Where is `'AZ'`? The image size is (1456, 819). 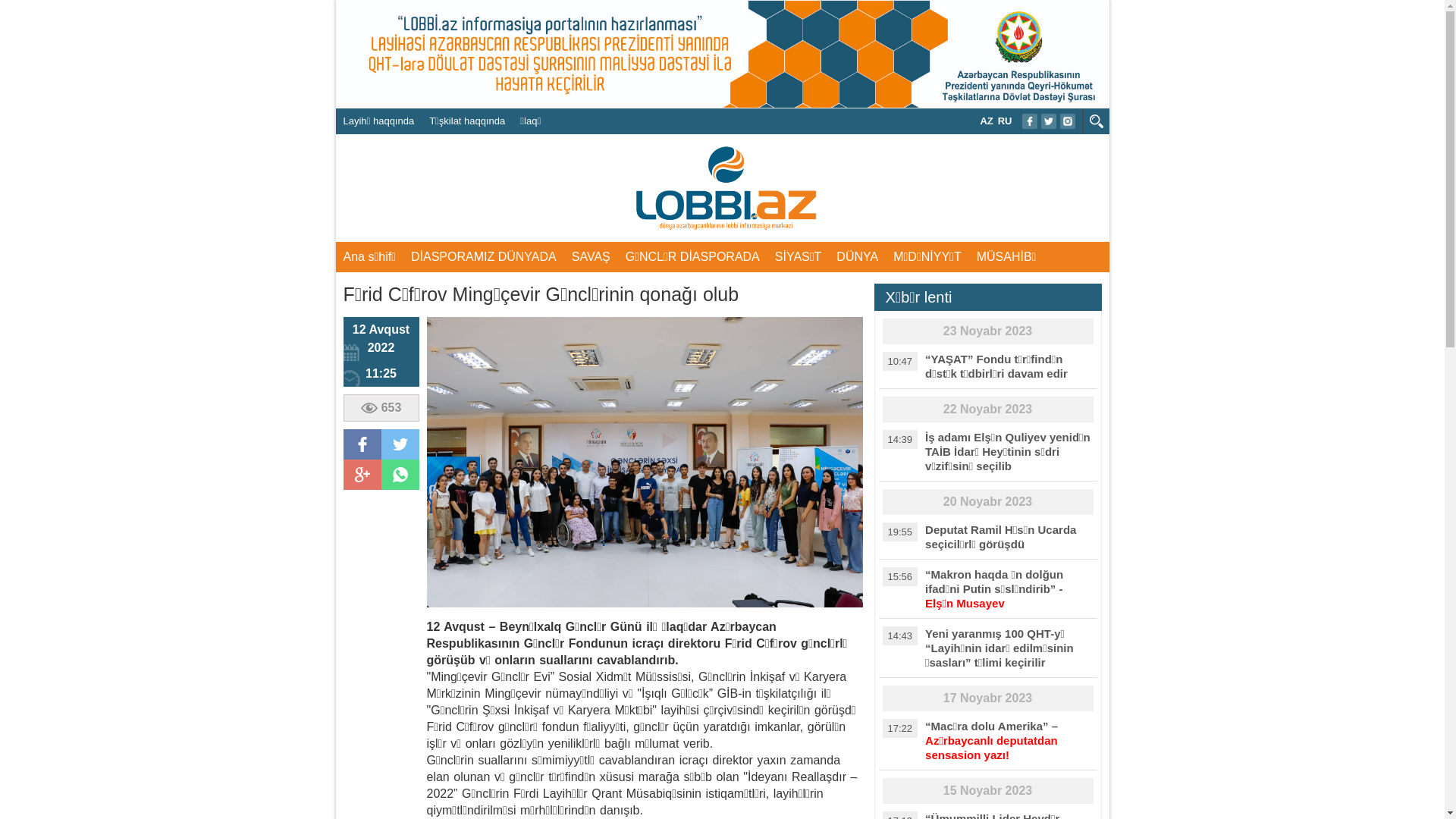 'AZ' is located at coordinates (986, 120).